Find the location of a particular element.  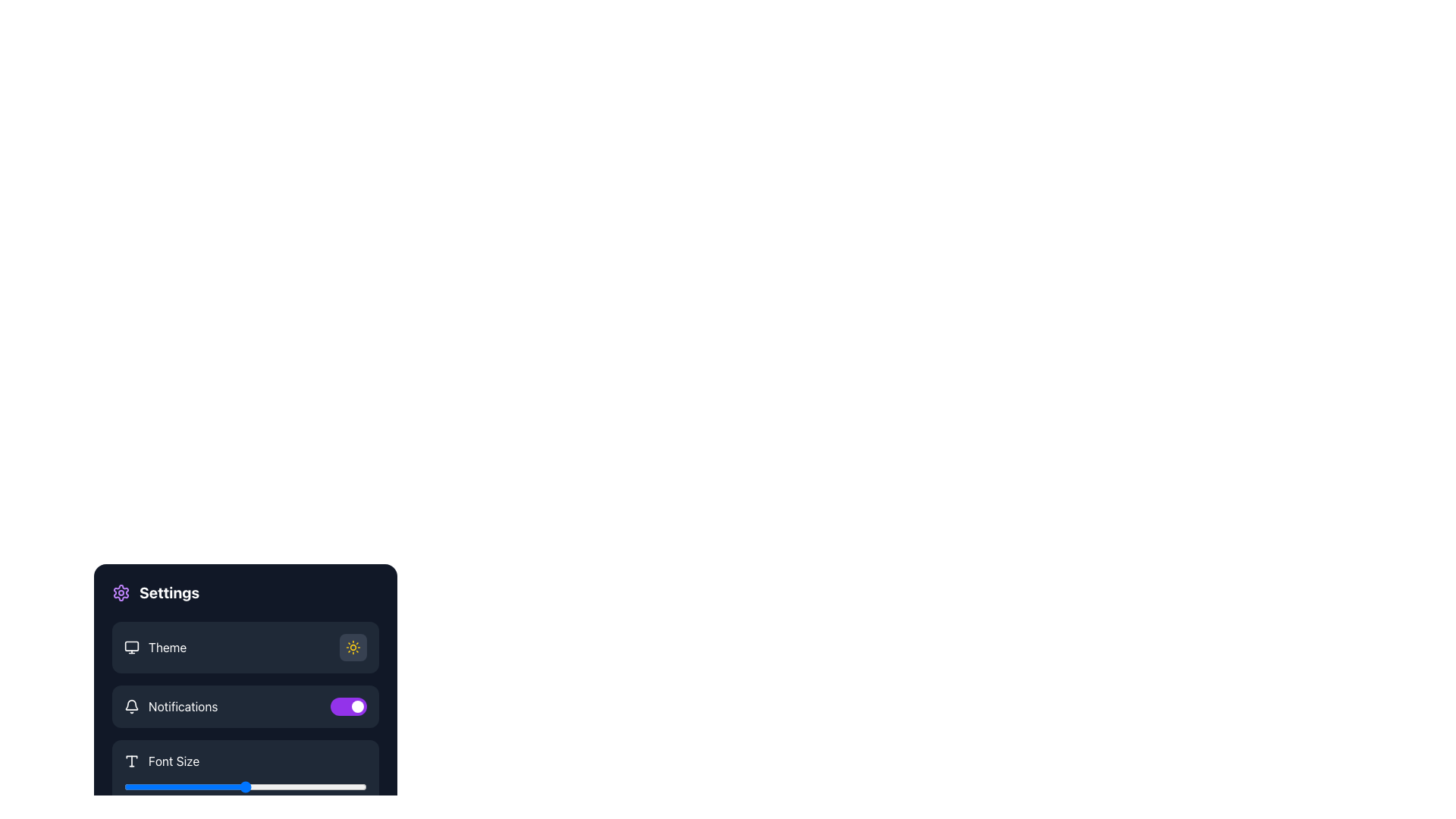

the Decorative graphic component located inside the monitor icon in the top-left corner of the settings panel is located at coordinates (131, 646).